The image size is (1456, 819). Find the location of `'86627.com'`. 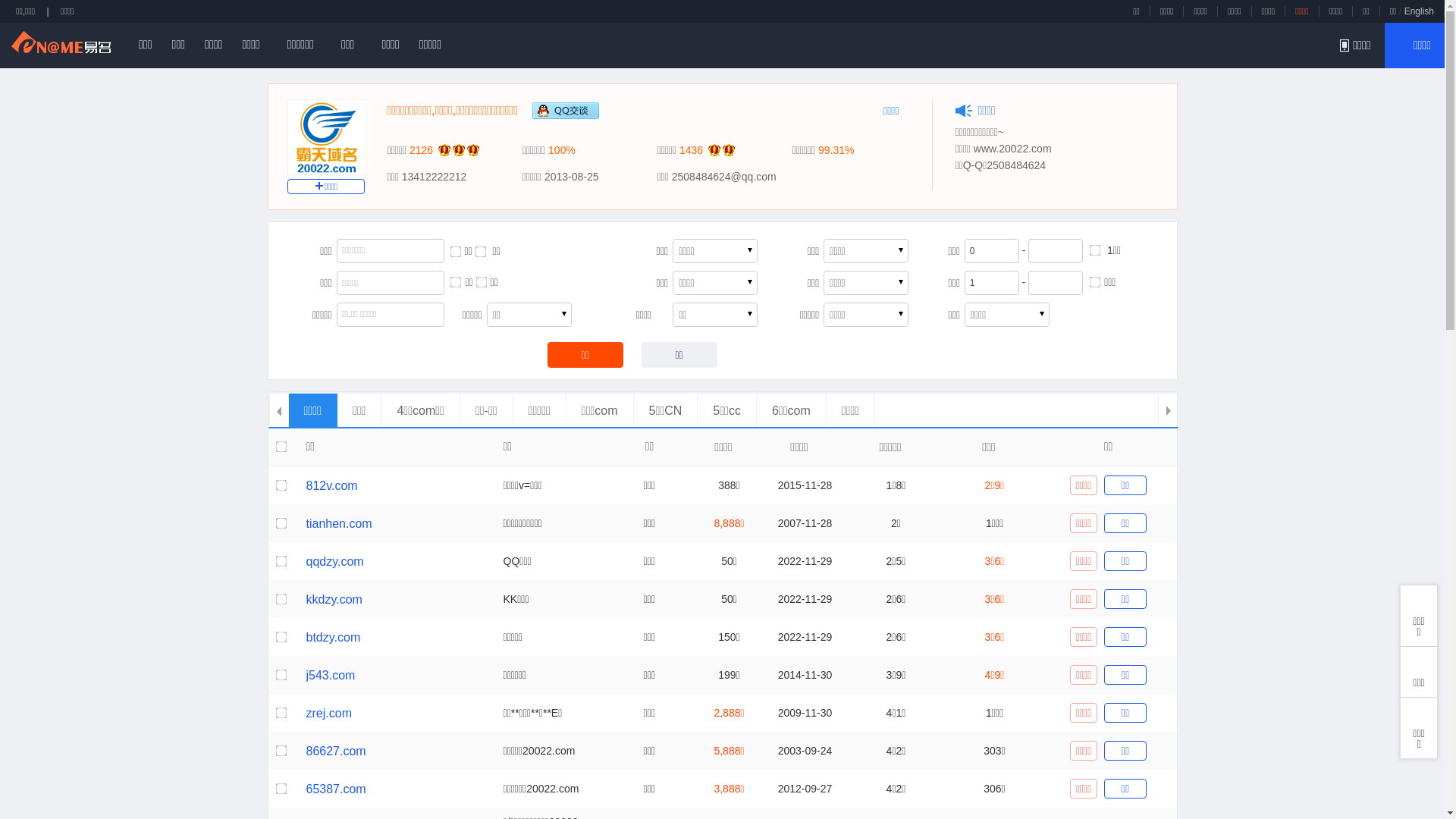

'86627.com' is located at coordinates (335, 751).